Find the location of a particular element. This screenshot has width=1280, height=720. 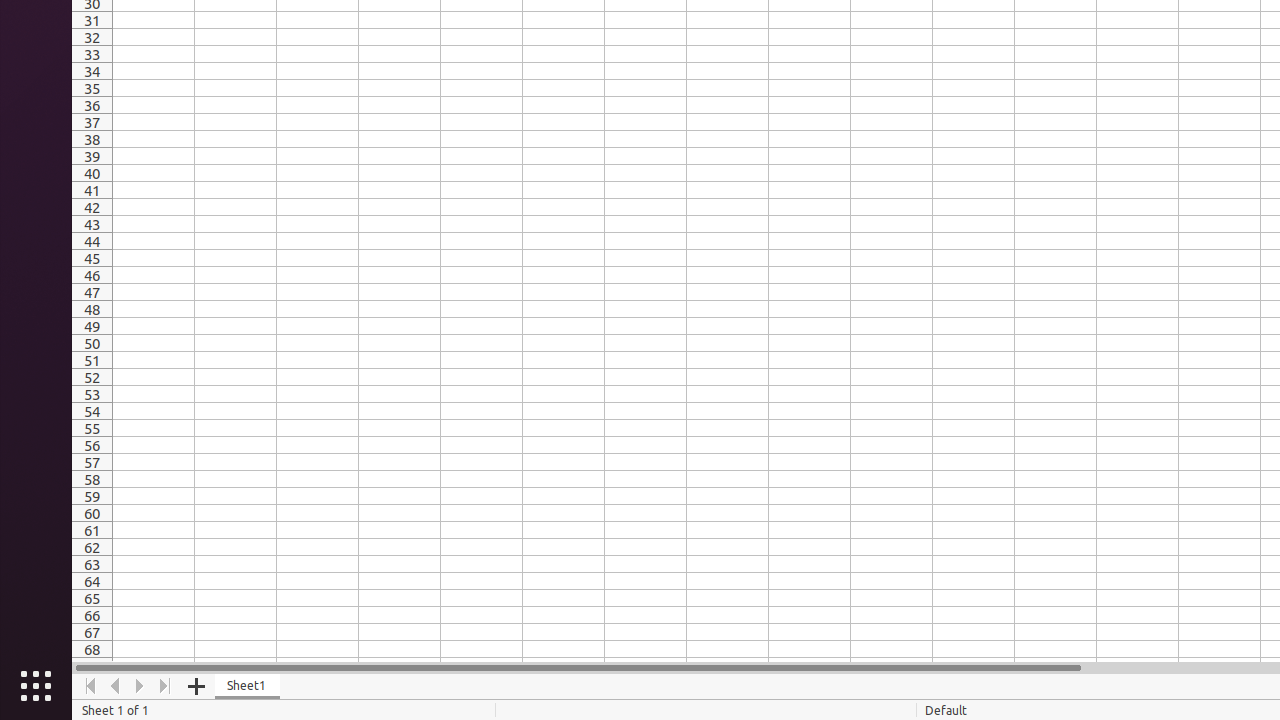

'Move Left' is located at coordinates (114, 685).